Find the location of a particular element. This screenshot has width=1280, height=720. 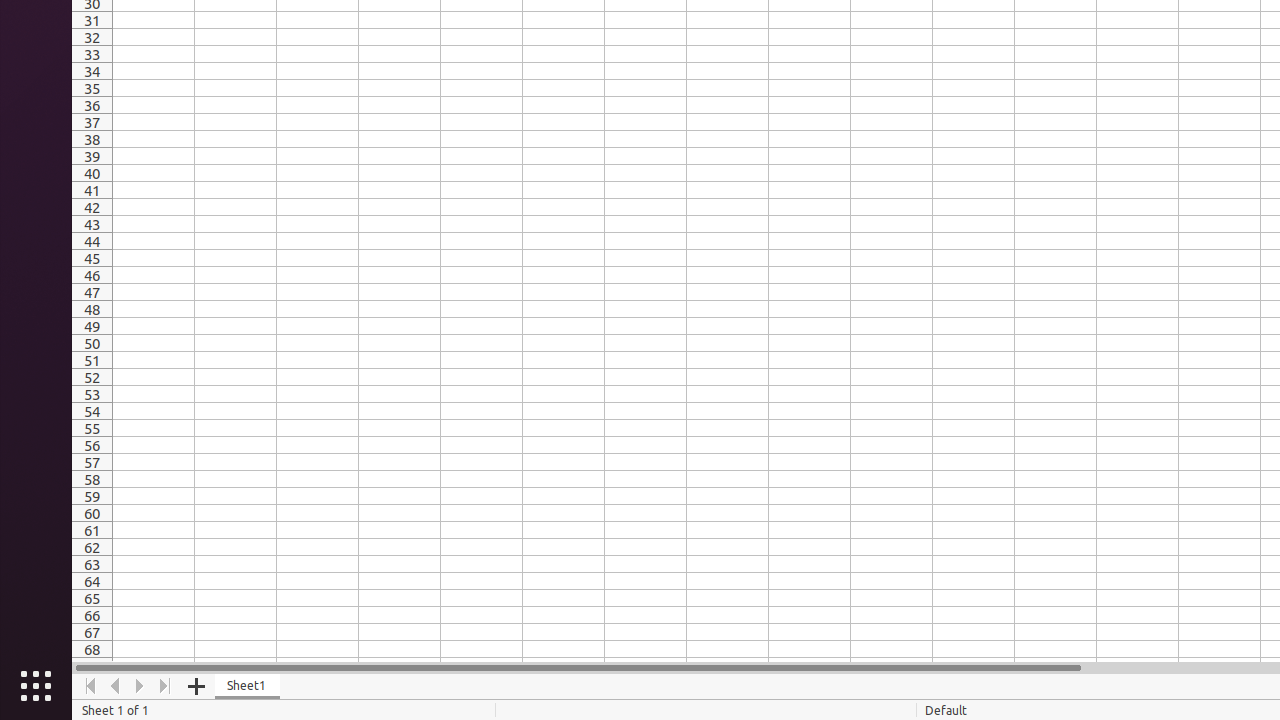

'Move Left' is located at coordinates (114, 685).